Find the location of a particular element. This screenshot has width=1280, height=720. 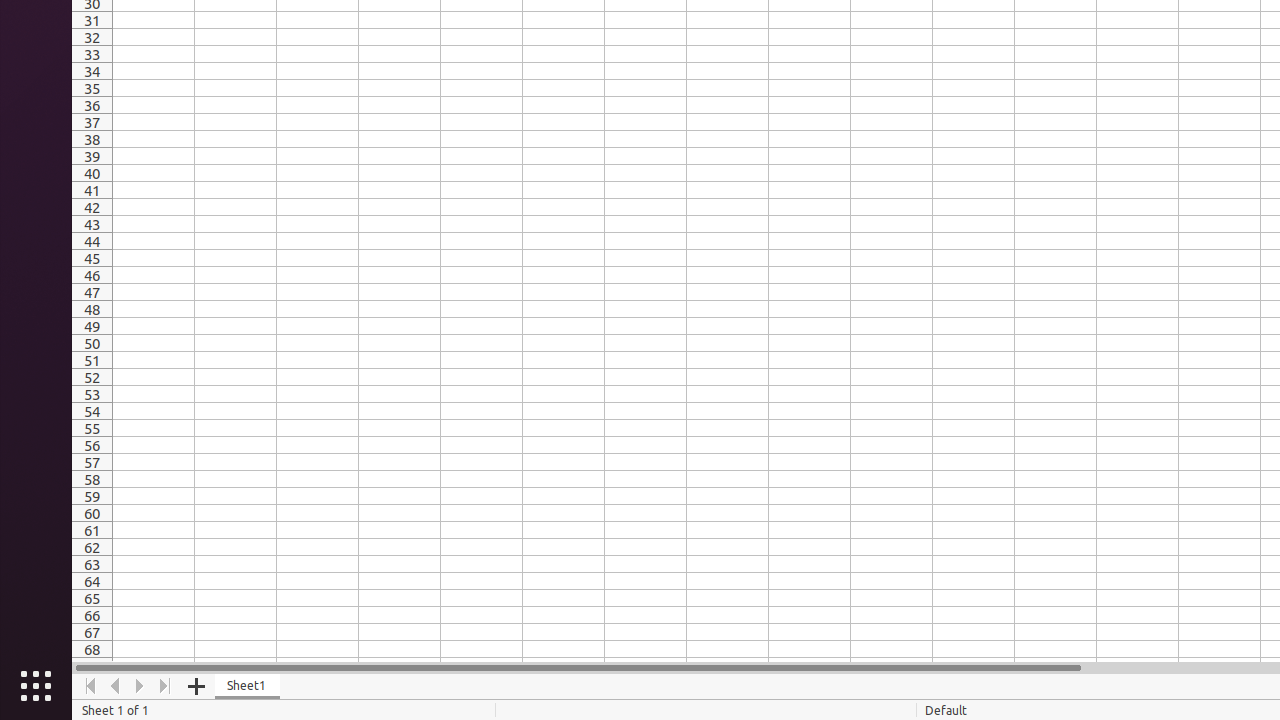

'Move Left' is located at coordinates (114, 685).